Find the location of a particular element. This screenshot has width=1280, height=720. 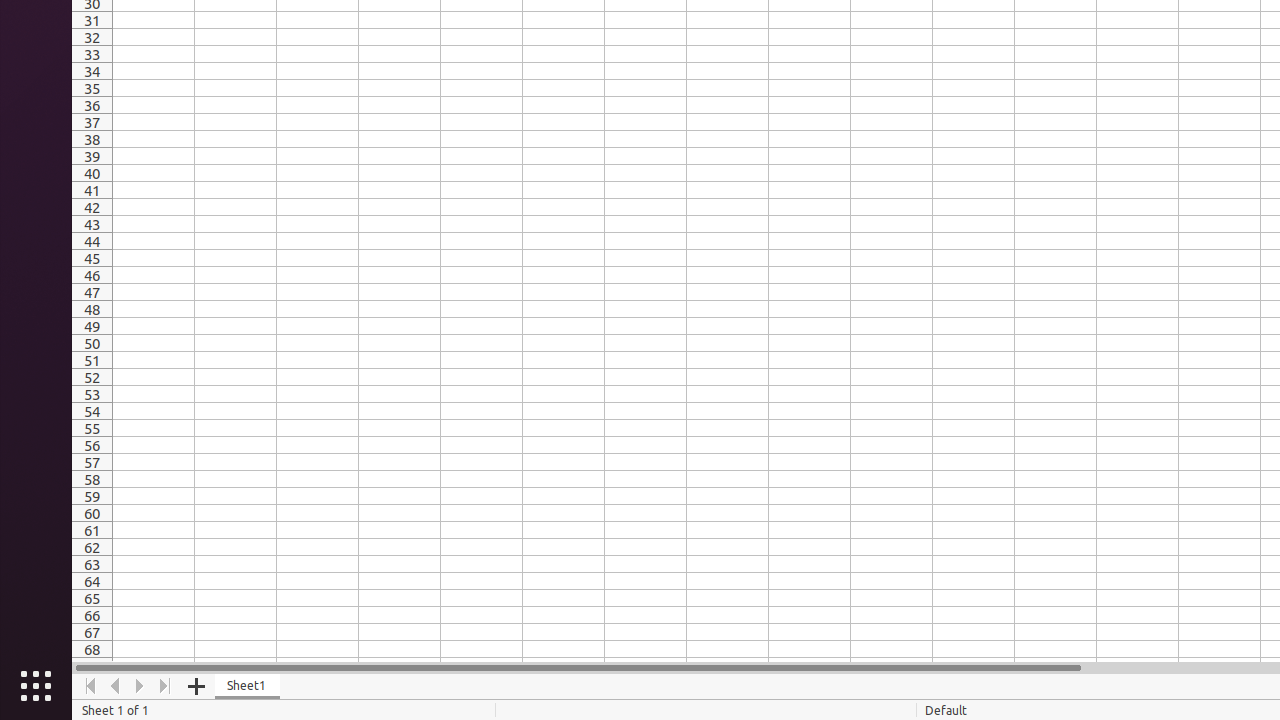

'Move Left' is located at coordinates (114, 685).